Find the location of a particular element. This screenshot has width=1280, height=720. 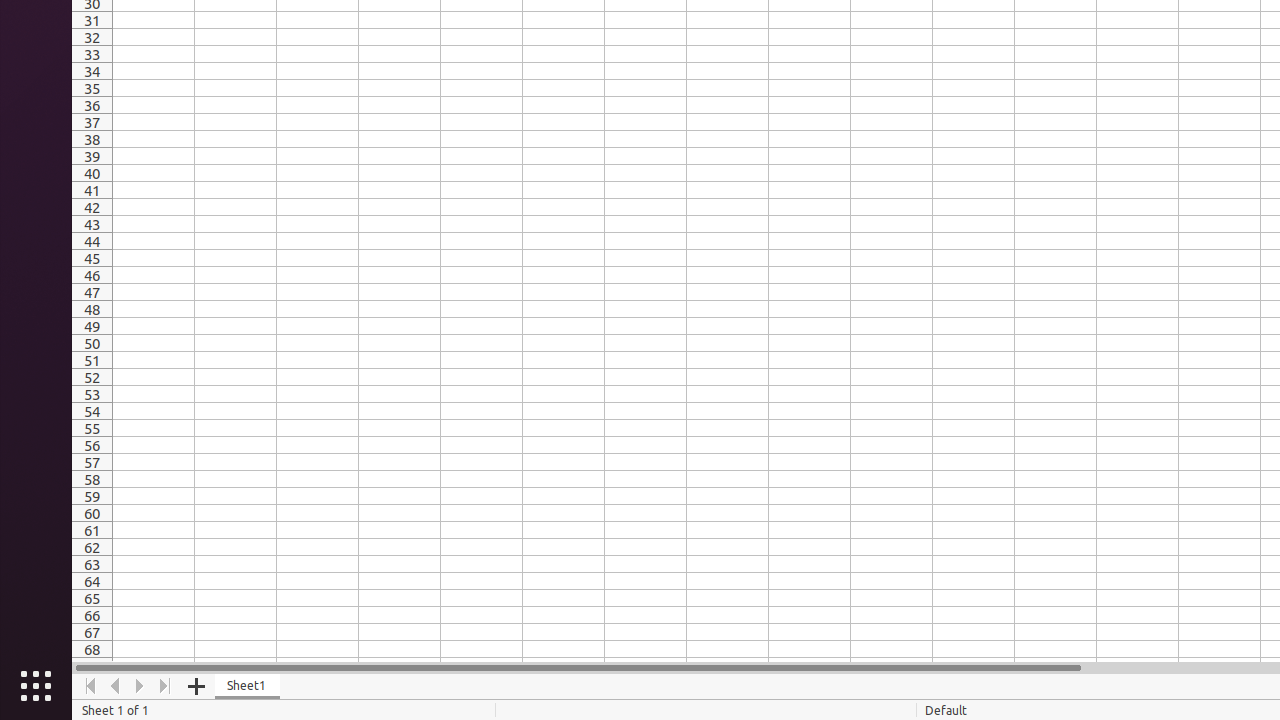

'Move Left' is located at coordinates (114, 685).